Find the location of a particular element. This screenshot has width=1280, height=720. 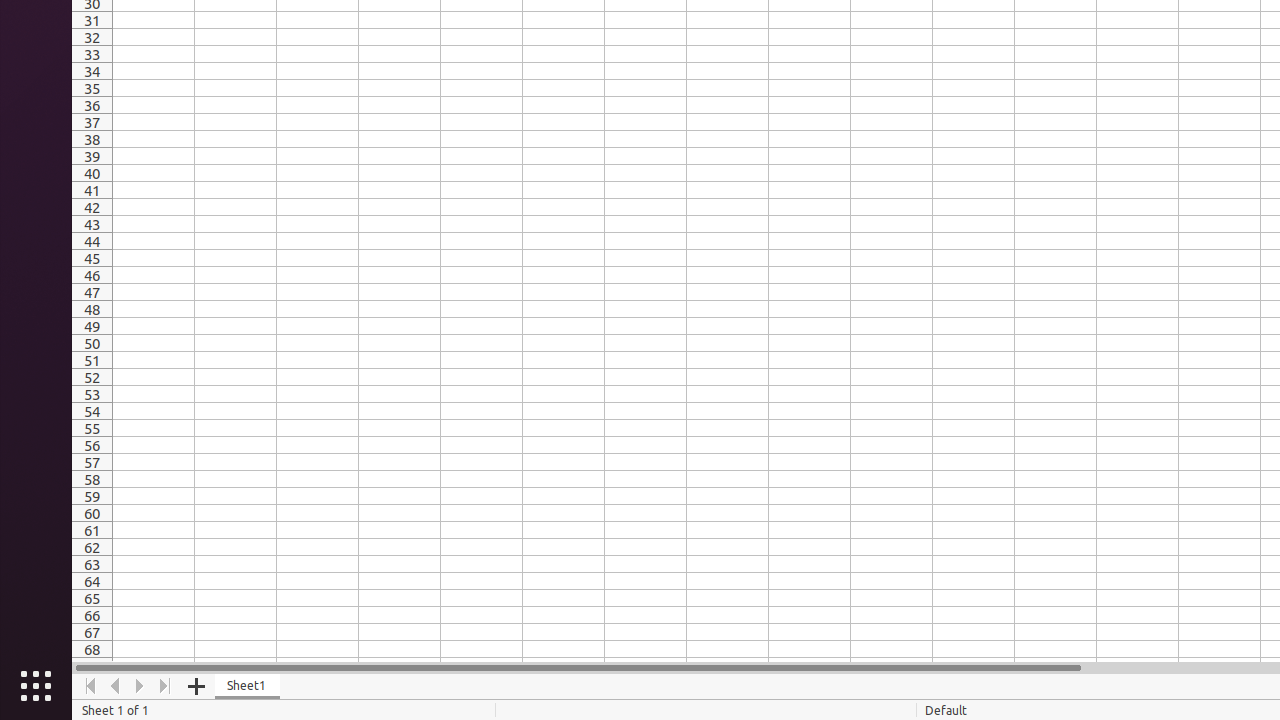

'Move Left' is located at coordinates (114, 685).